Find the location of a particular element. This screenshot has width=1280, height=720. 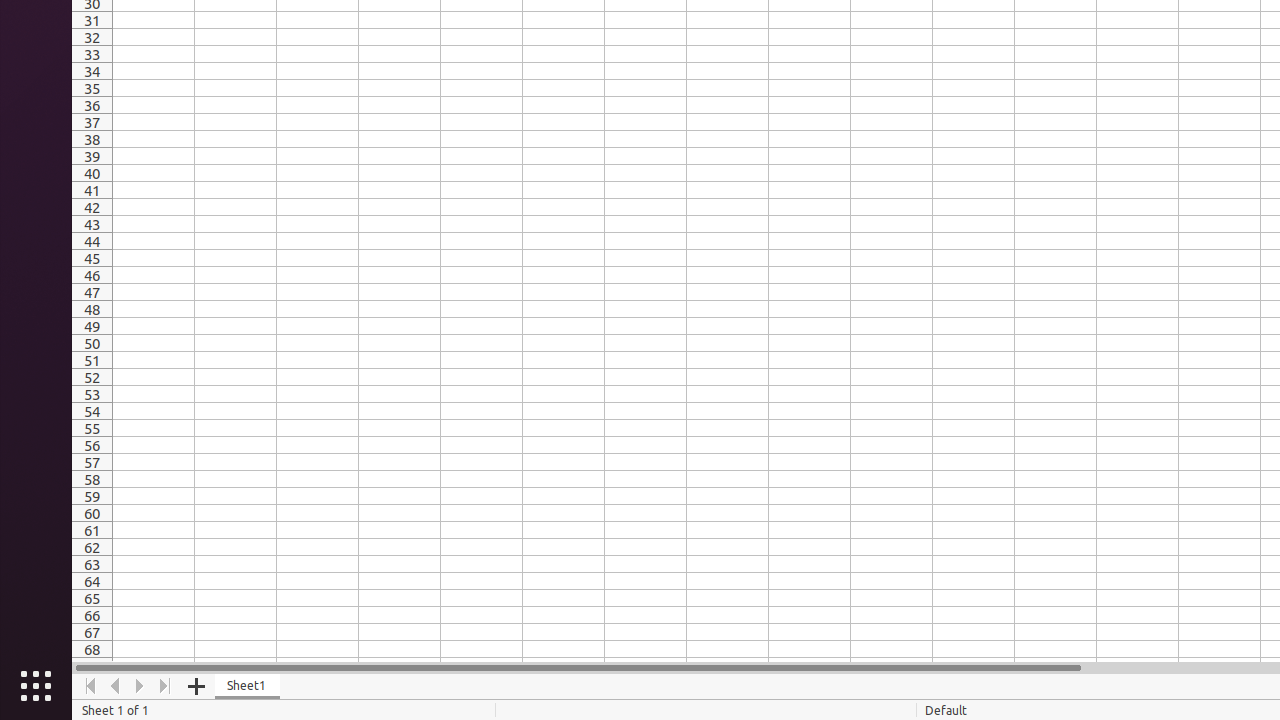

'Move Left' is located at coordinates (114, 685).